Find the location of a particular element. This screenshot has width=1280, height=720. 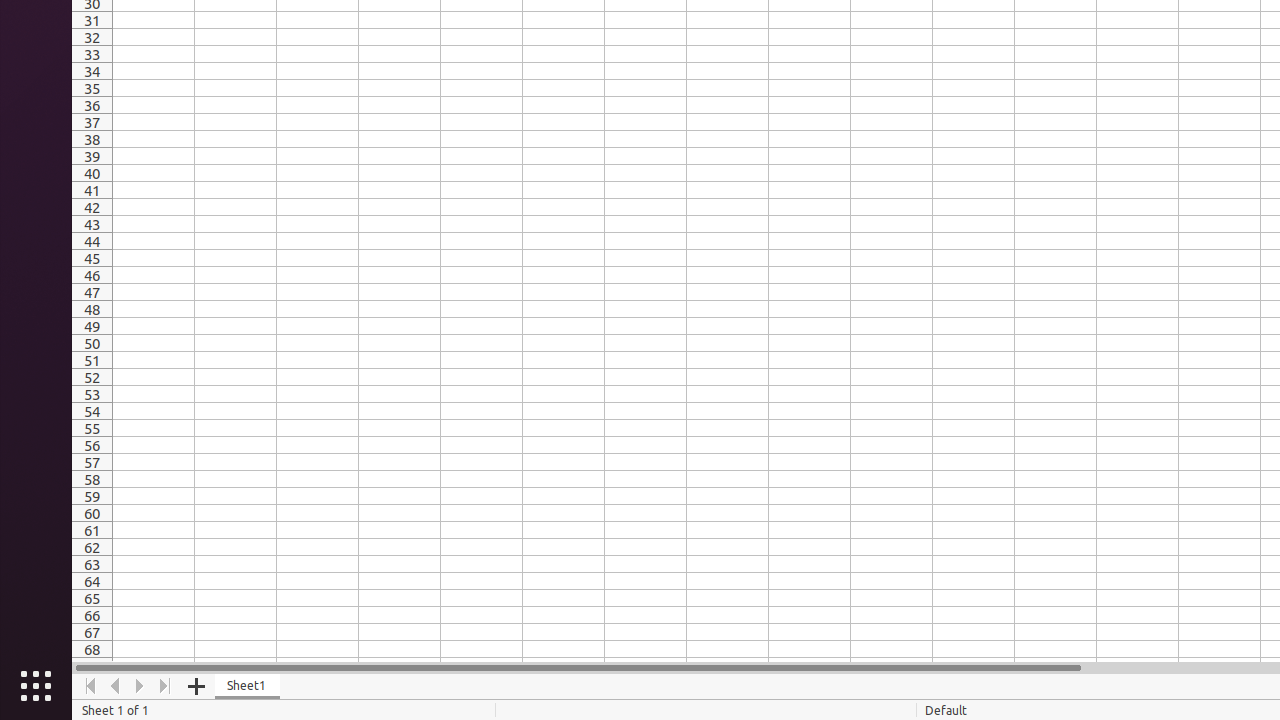

'Move Left' is located at coordinates (114, 685).